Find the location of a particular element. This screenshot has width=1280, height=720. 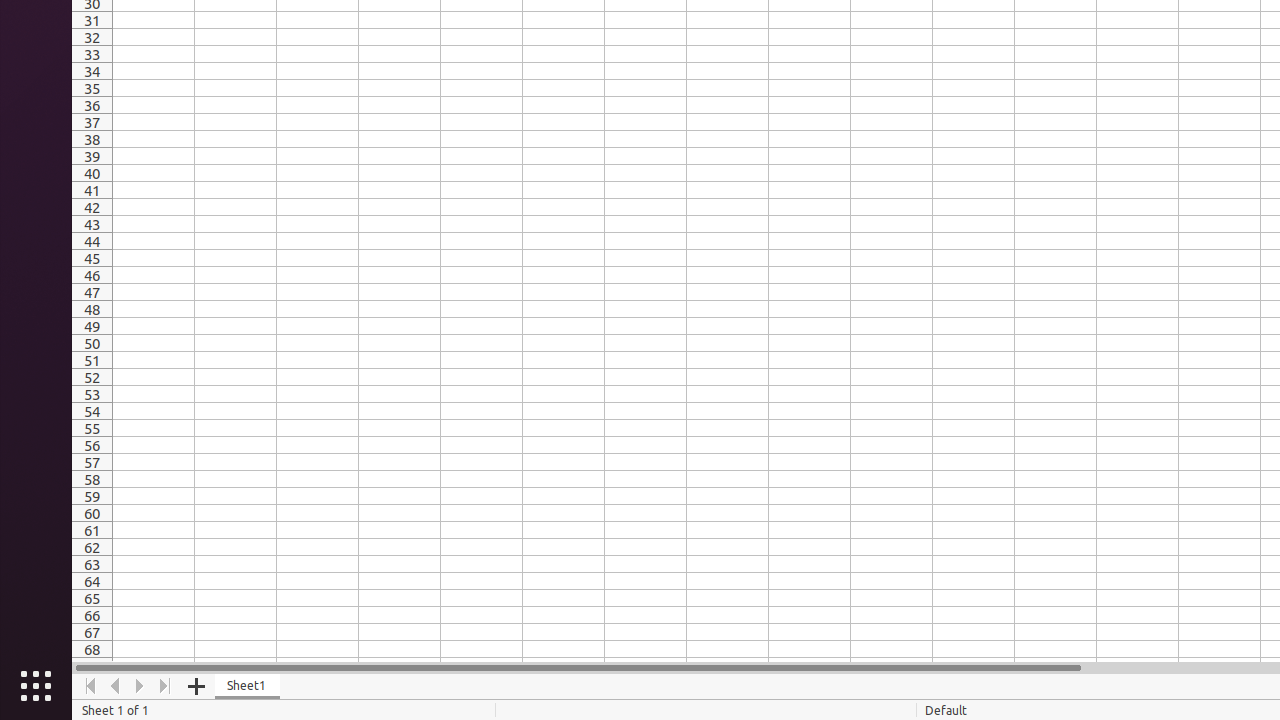

'Move Left' is located at coordinates (114, 685).